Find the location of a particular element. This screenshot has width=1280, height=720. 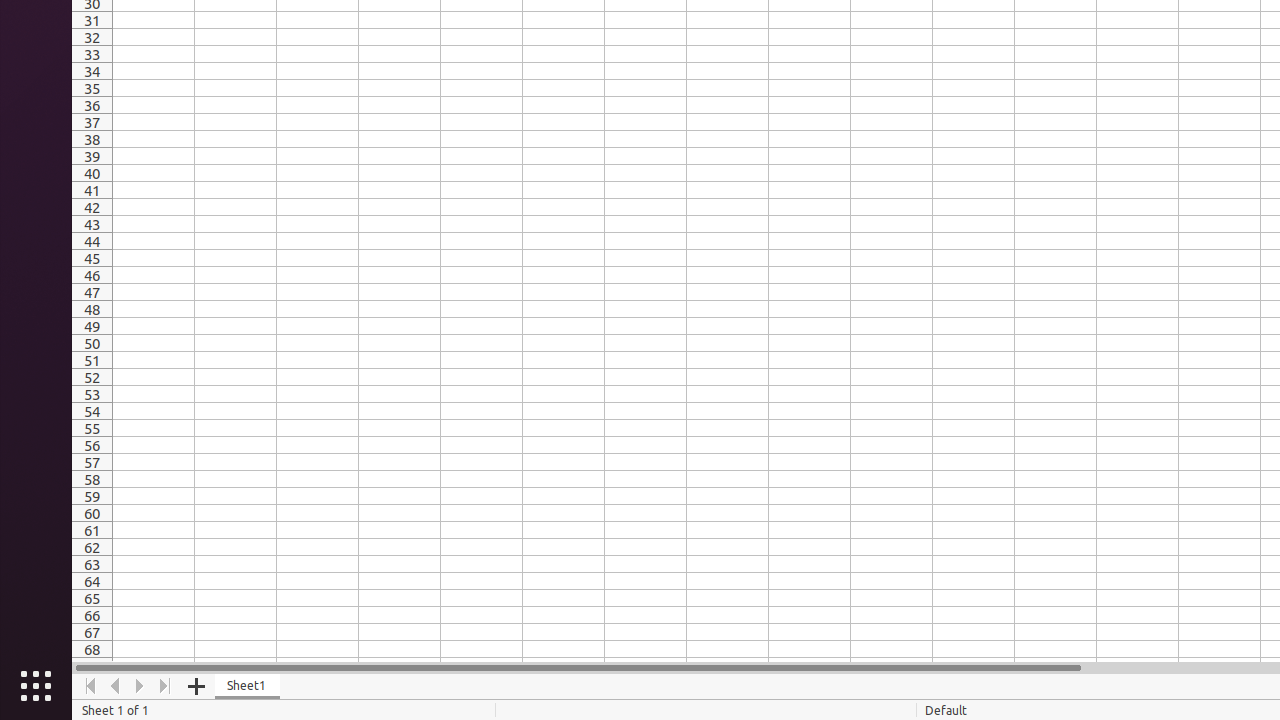

'Move Left' is located at coordinates (114, 685).